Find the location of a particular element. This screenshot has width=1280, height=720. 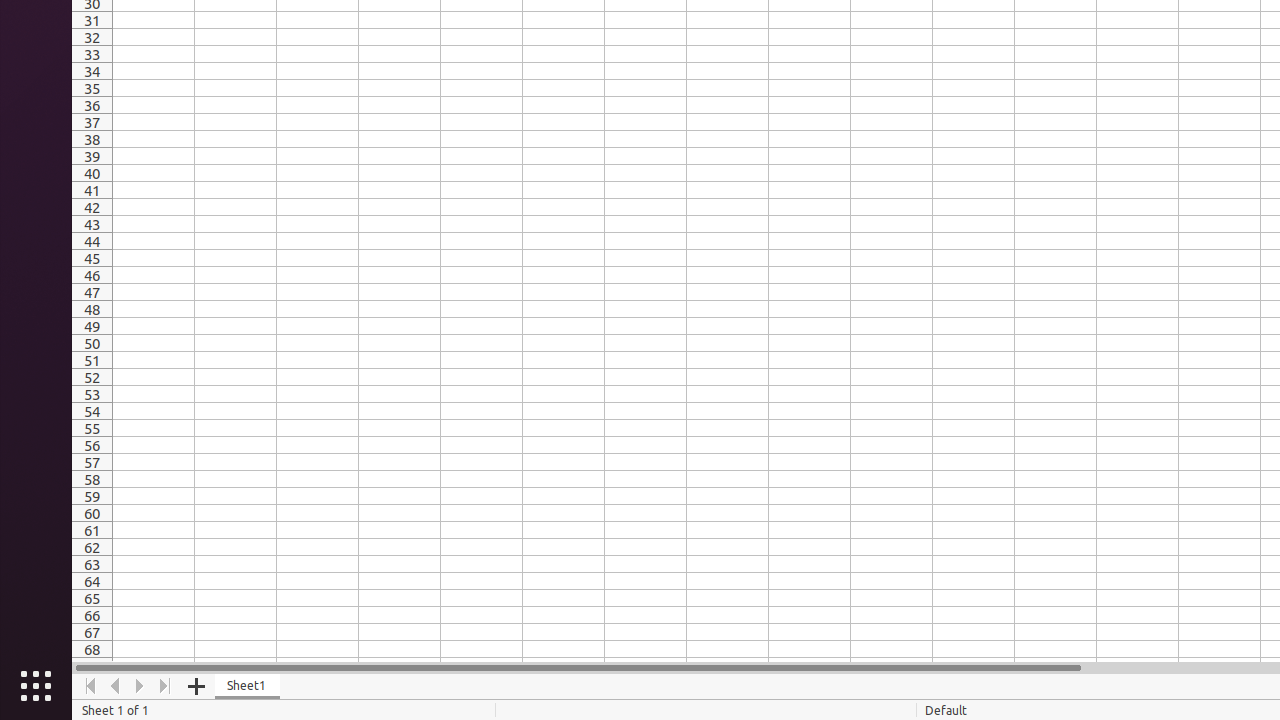

'Move Left' is located at coordinates (114, 685).